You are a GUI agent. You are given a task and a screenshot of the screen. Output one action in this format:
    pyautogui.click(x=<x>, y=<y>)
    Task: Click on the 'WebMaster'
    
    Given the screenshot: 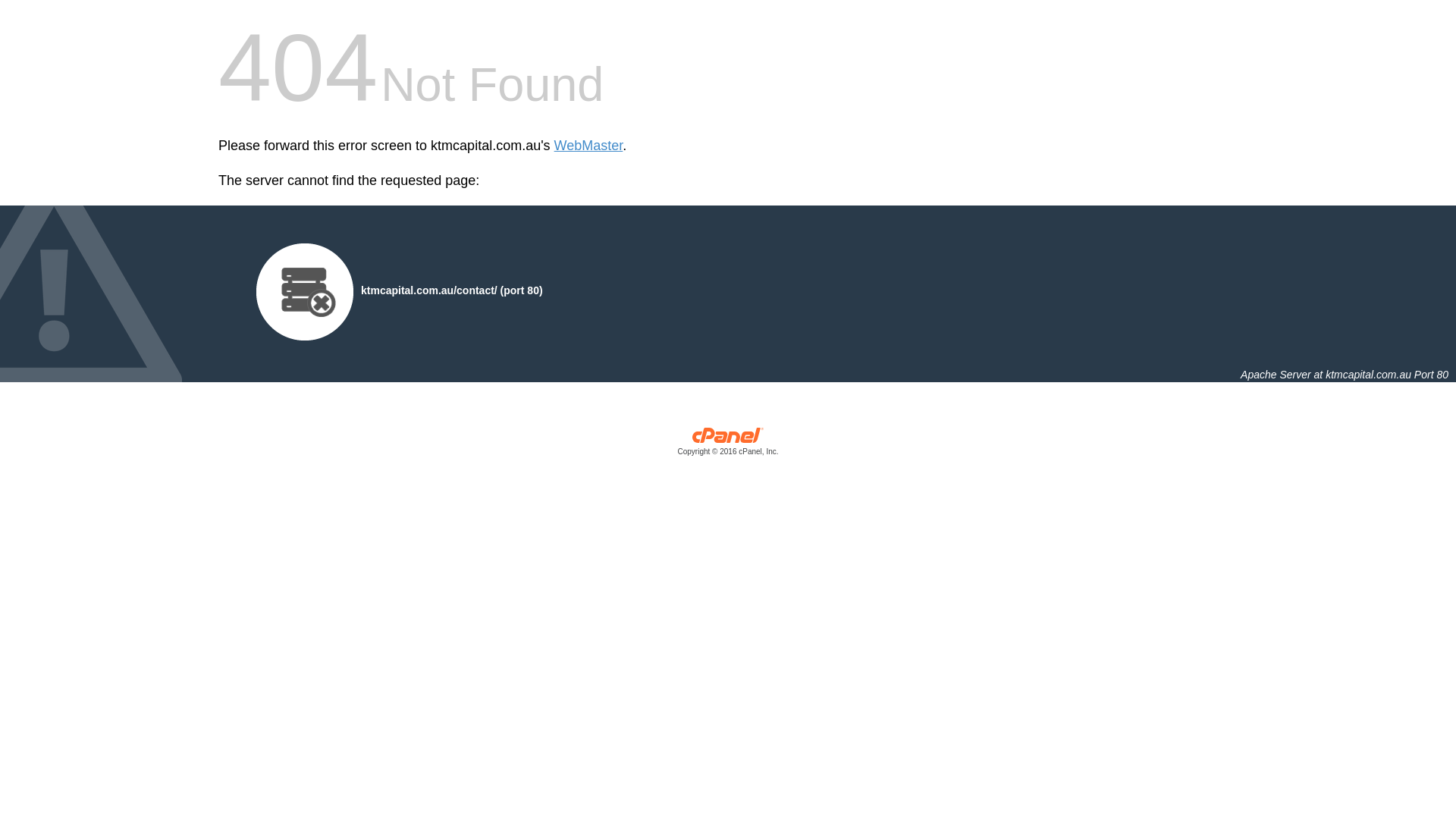 What is the action you would take?
    pyautogui.click(x=588, y=146)
    